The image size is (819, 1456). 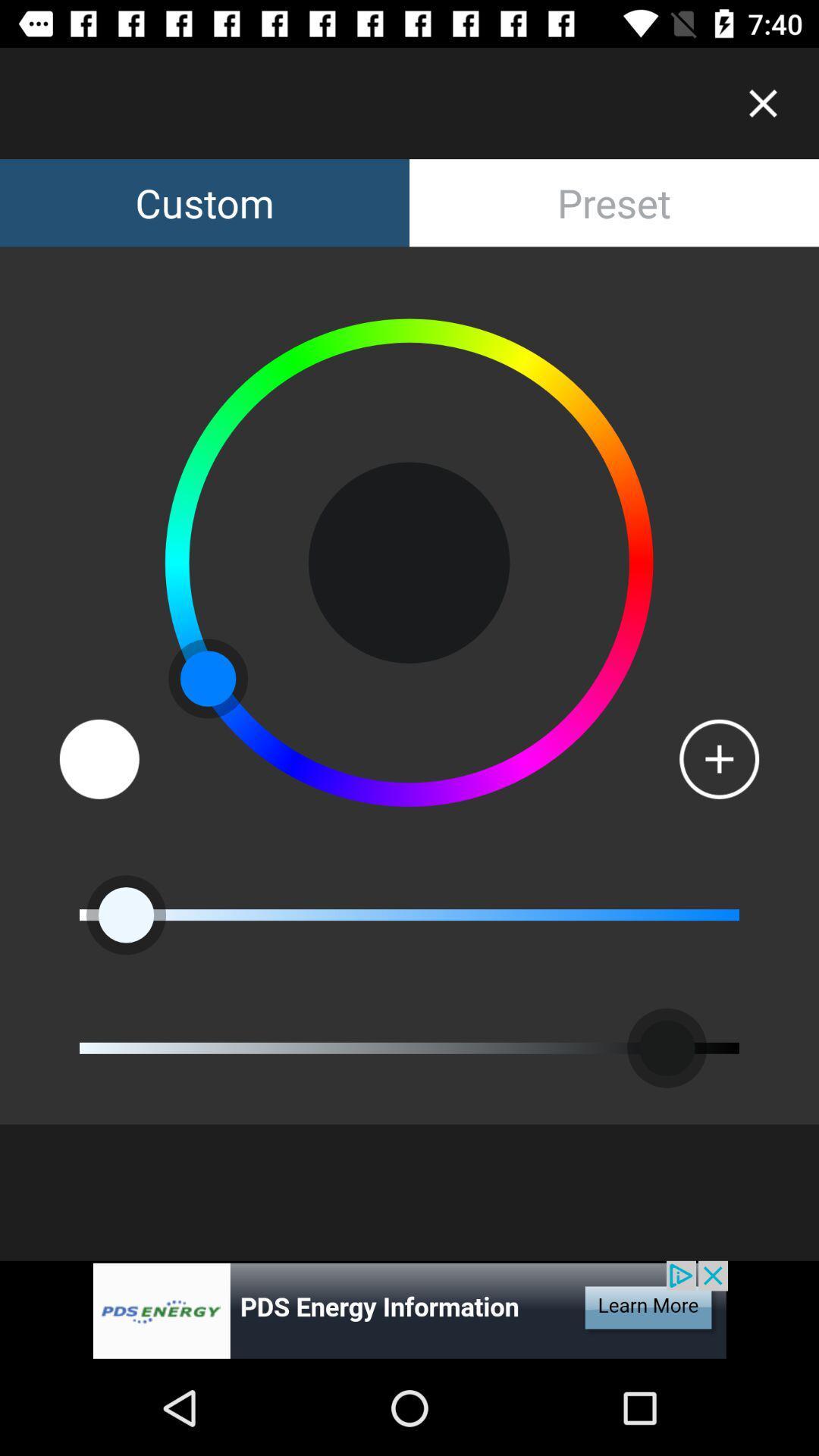 What do you see at coordinates (99, 759) in the screenshot?
I see `to select white color` at bounding box center [99, 759].